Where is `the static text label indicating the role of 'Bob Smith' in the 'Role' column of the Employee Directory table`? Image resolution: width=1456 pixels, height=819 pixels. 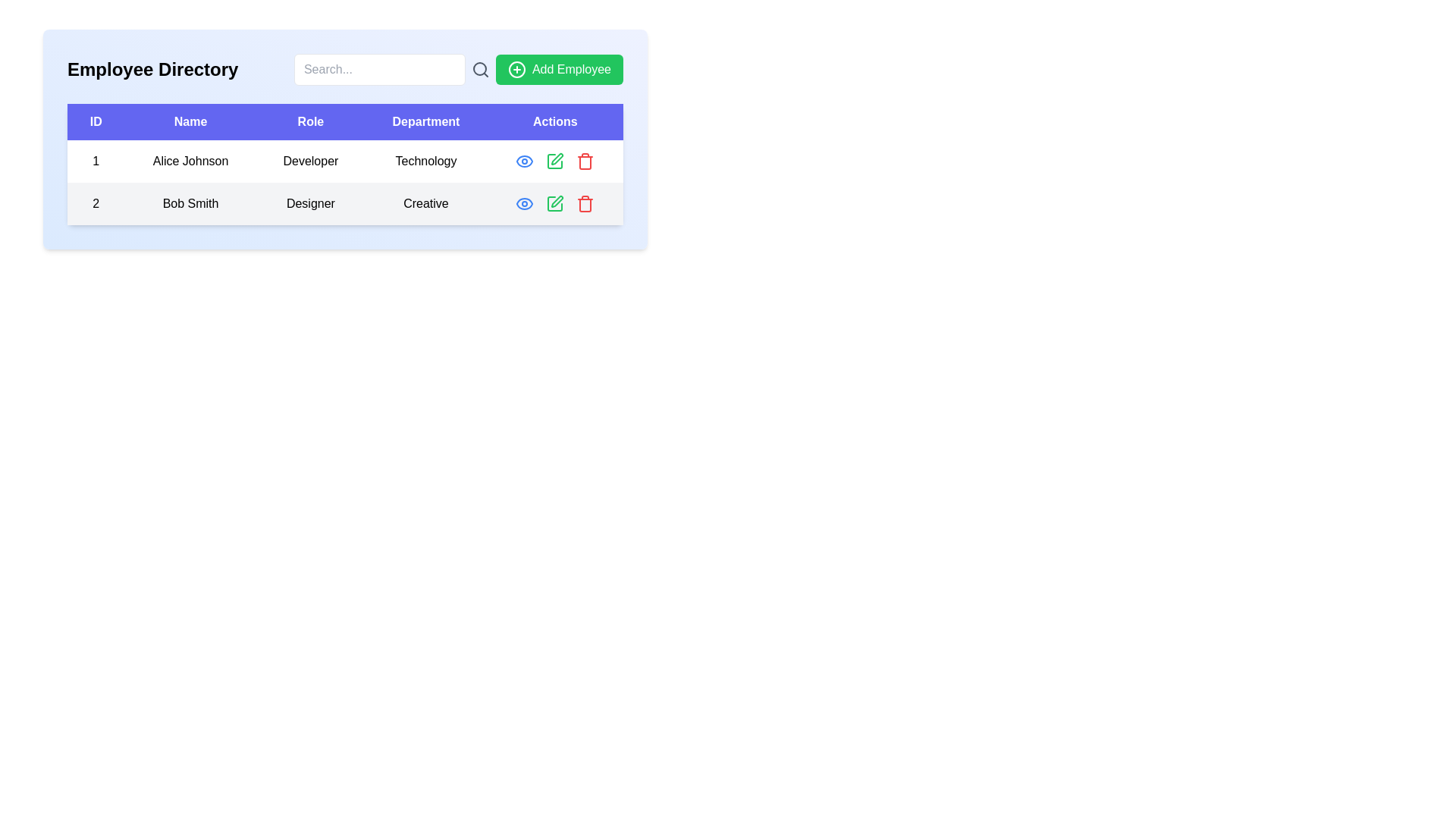 the static text label indicating the role of 'Bob Smith' in the 'Role' column of the Employee Directory table is located at coordinates (309, 203).